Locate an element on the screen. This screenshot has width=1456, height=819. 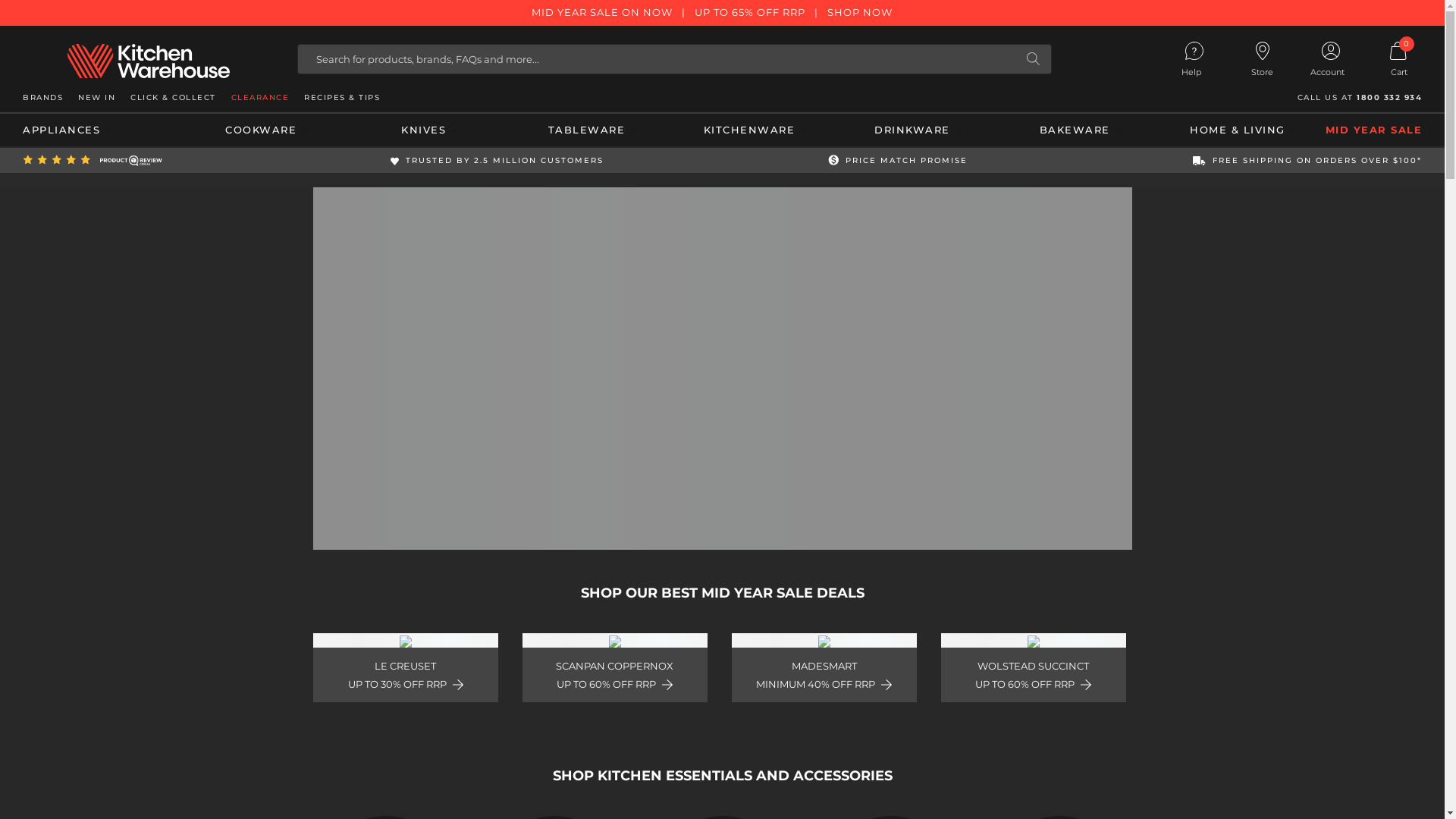
'KITCHENWARE' is located at coordinates (755, 130).